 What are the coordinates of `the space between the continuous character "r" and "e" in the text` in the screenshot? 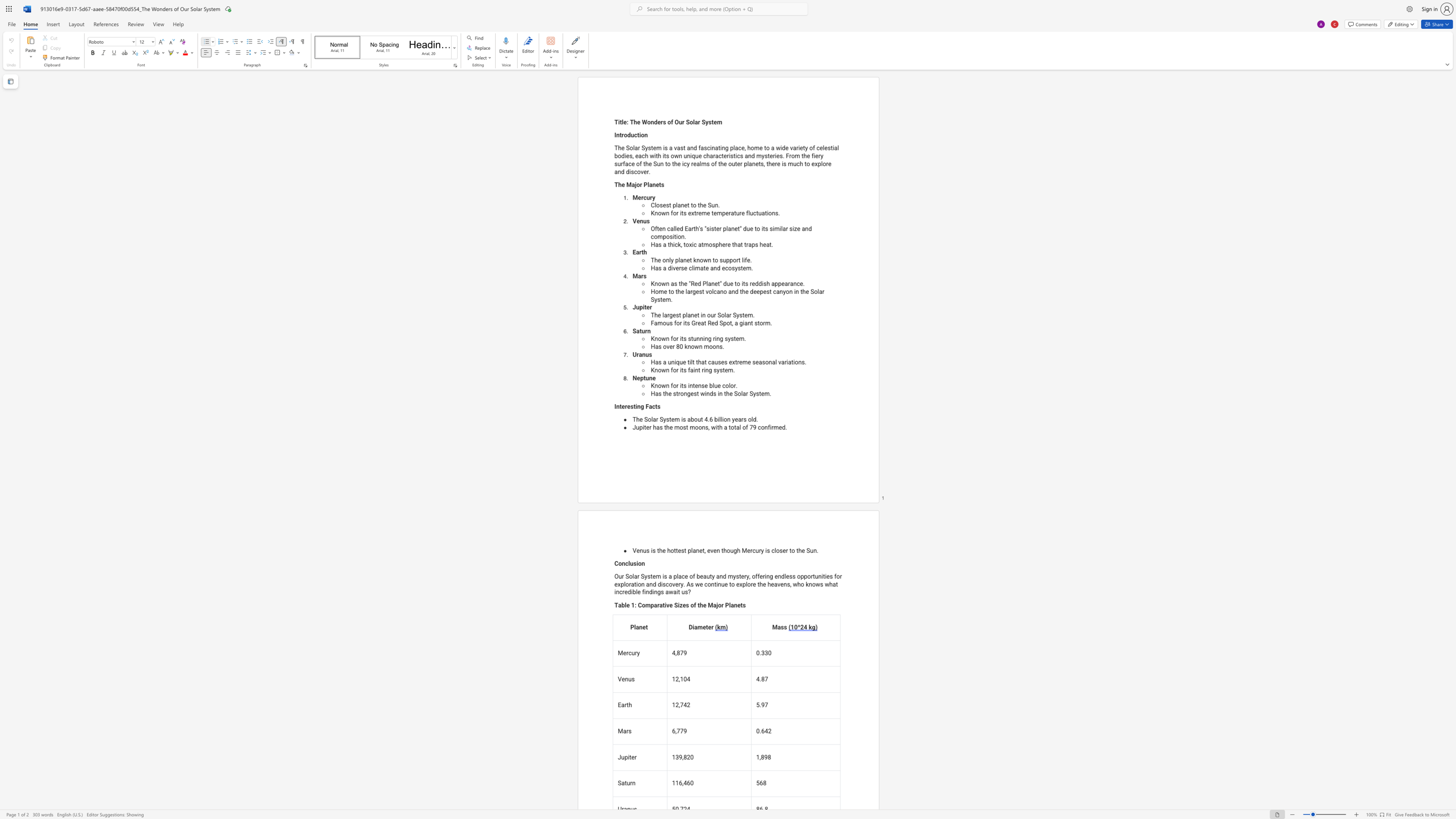 It's located at (697, 323).